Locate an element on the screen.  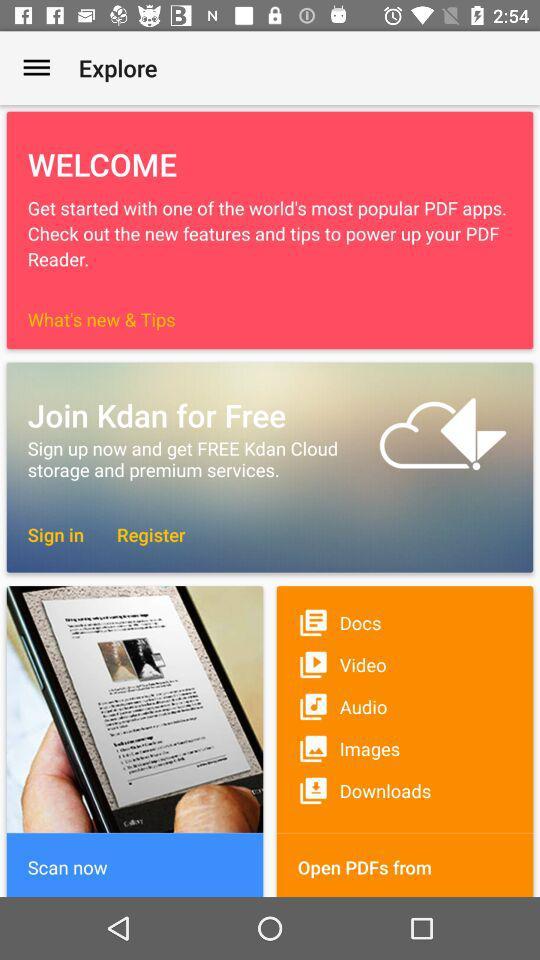
images is located at coordinates (405, 747).